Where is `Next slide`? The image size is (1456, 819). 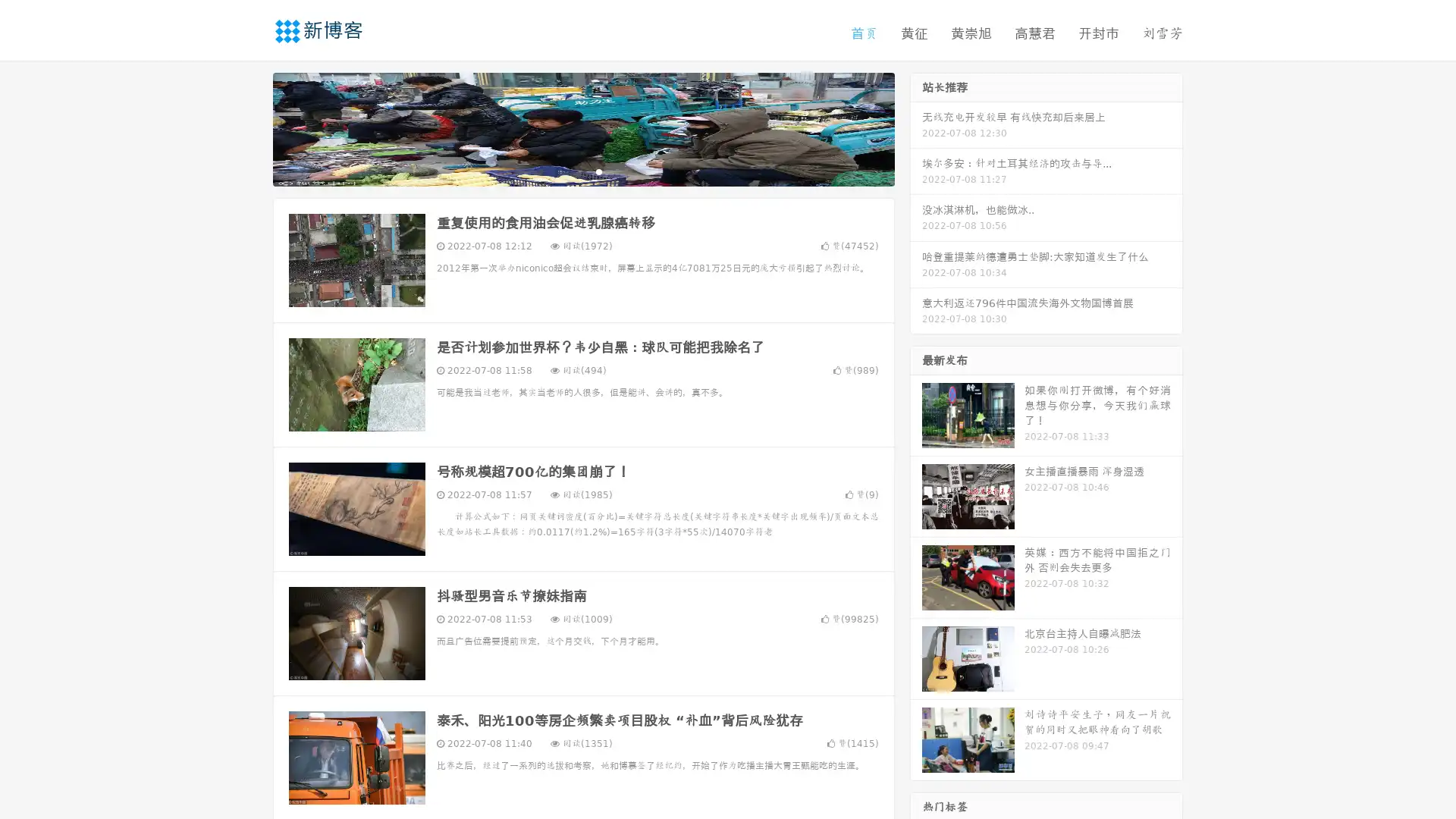
Next slide is located at coordinates (916, 127).